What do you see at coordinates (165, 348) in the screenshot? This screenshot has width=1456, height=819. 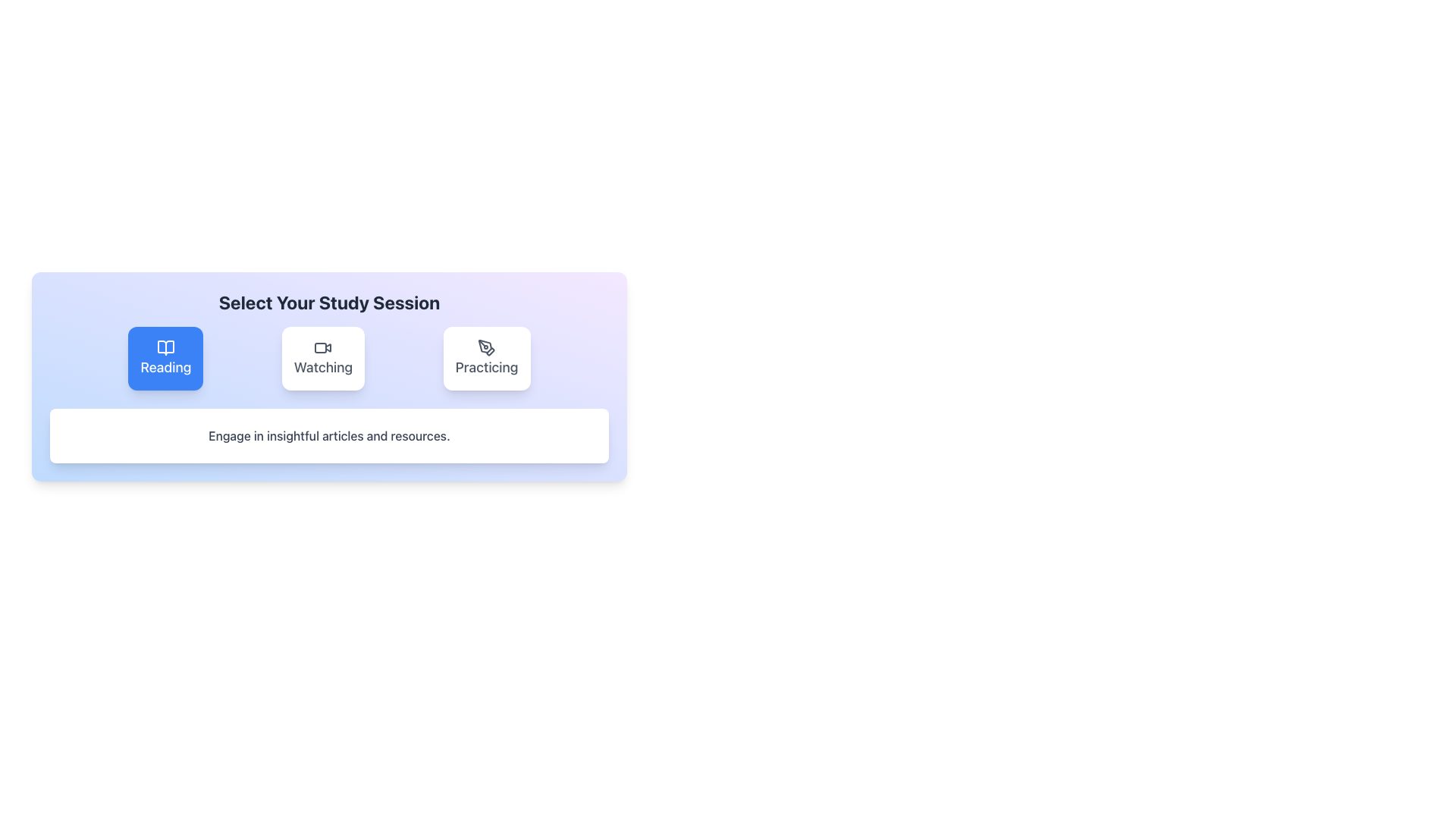 I see `the SVG icon element depicting an open book, which is part of the blue square button labeled 'Reading' in the 'Select Your Study Session' section` at bounding box center [165, 348].